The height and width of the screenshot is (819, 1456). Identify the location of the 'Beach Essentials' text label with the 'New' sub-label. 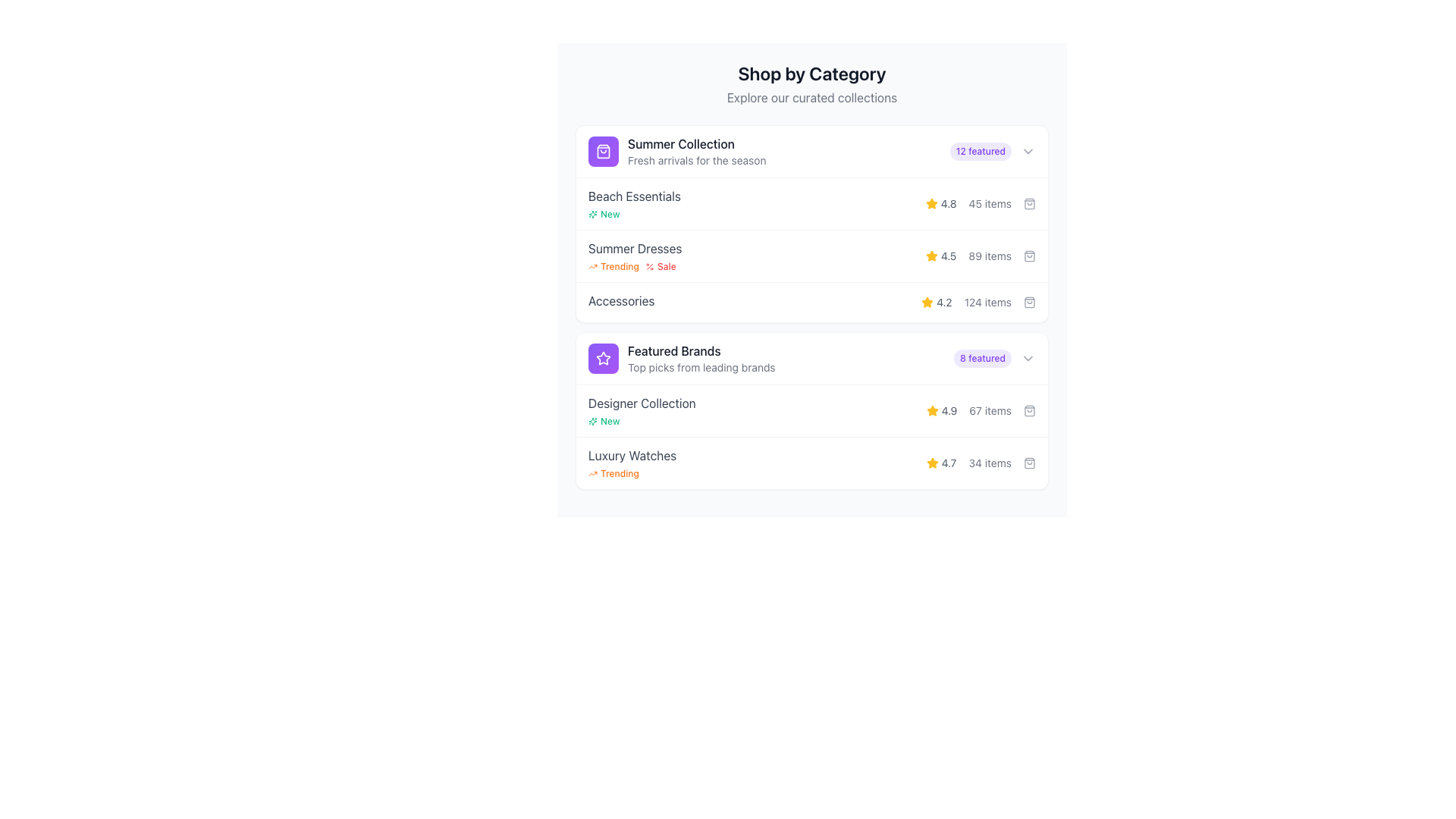
(634, 203).